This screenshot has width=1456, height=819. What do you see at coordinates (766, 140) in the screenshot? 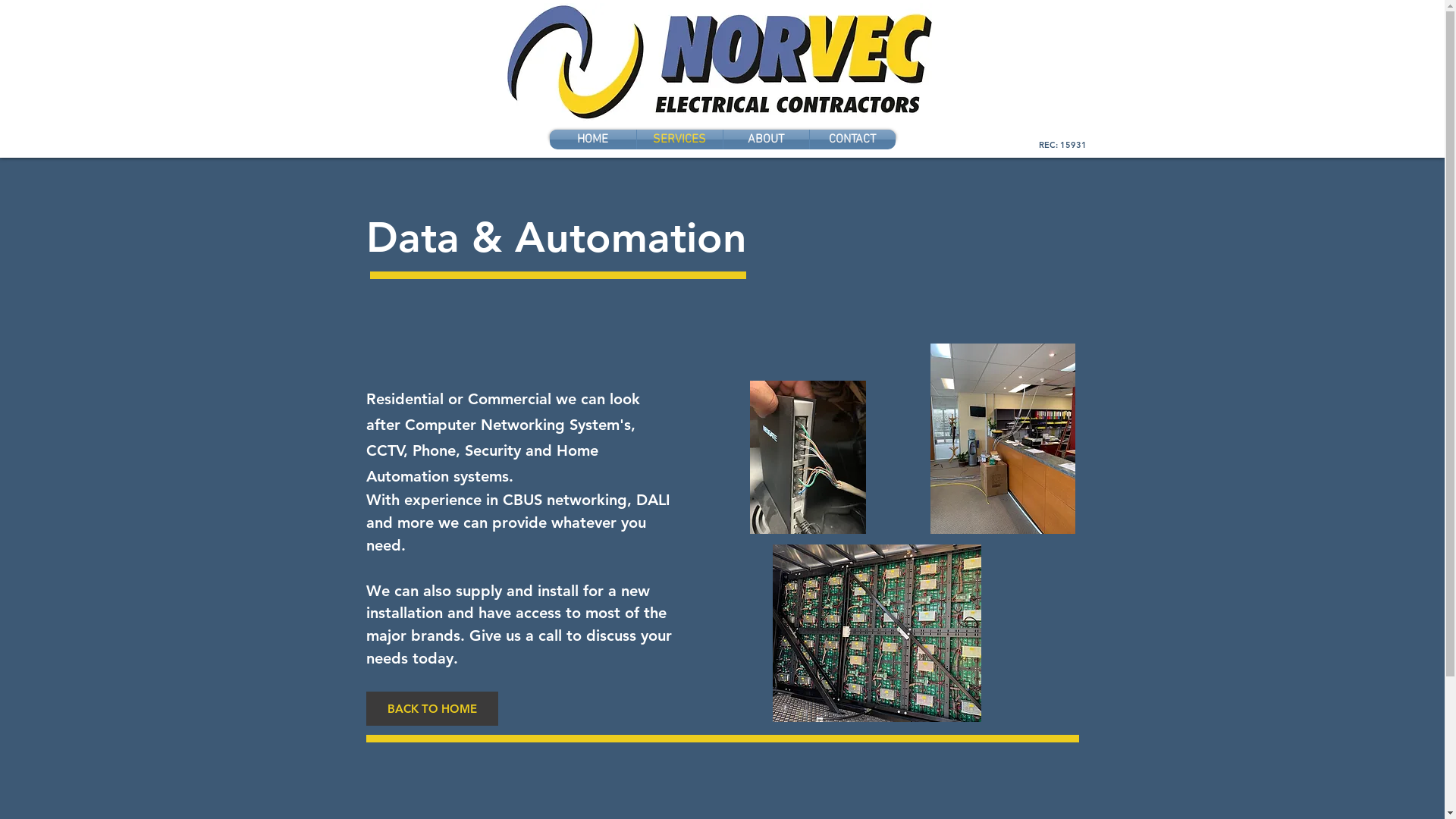
I see `'ABOUT'` at bounding box center [766, 140].